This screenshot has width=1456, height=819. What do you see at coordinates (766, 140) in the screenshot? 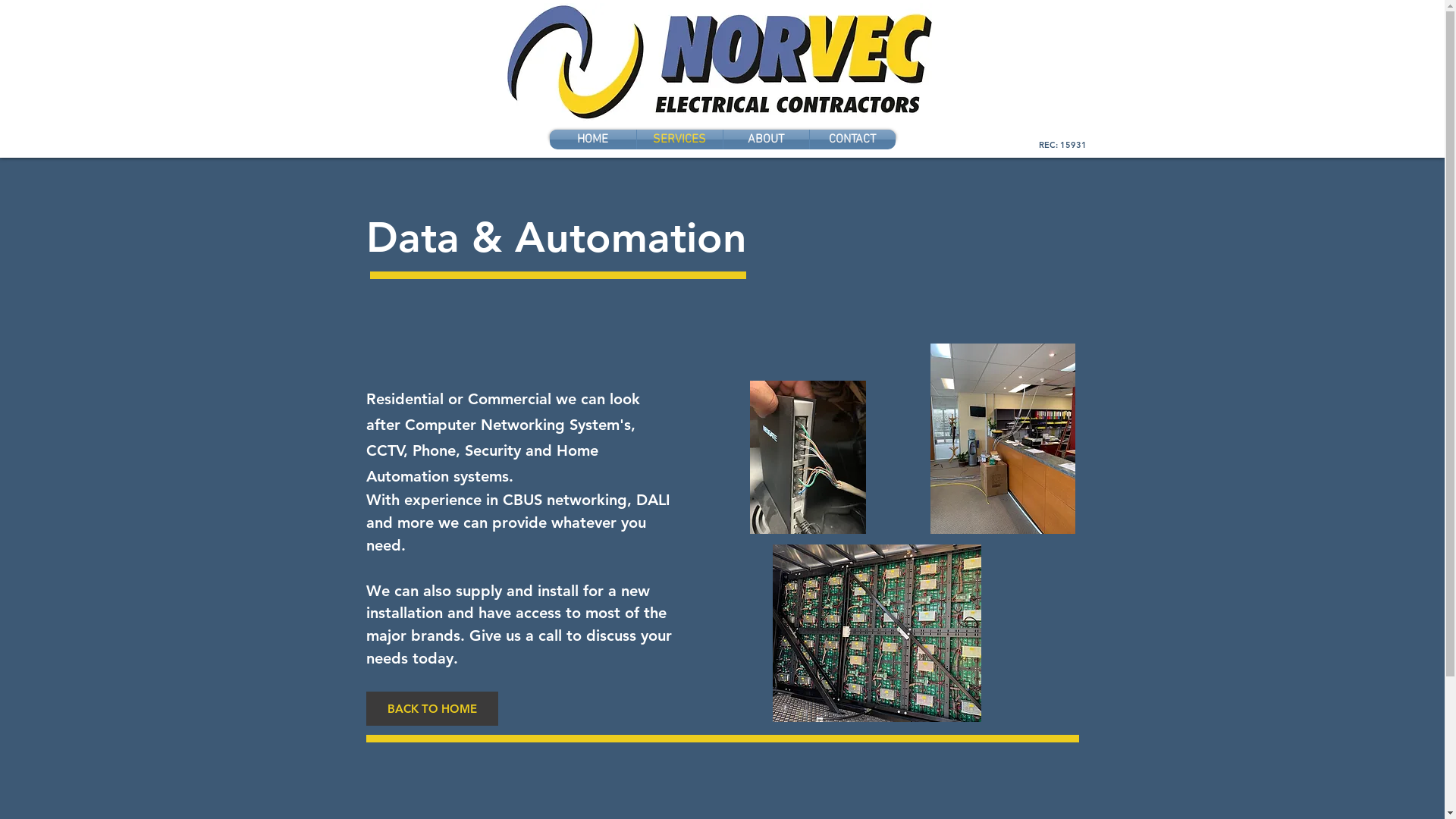
I see `'ABOUT'` at bounding box center [766, 140].